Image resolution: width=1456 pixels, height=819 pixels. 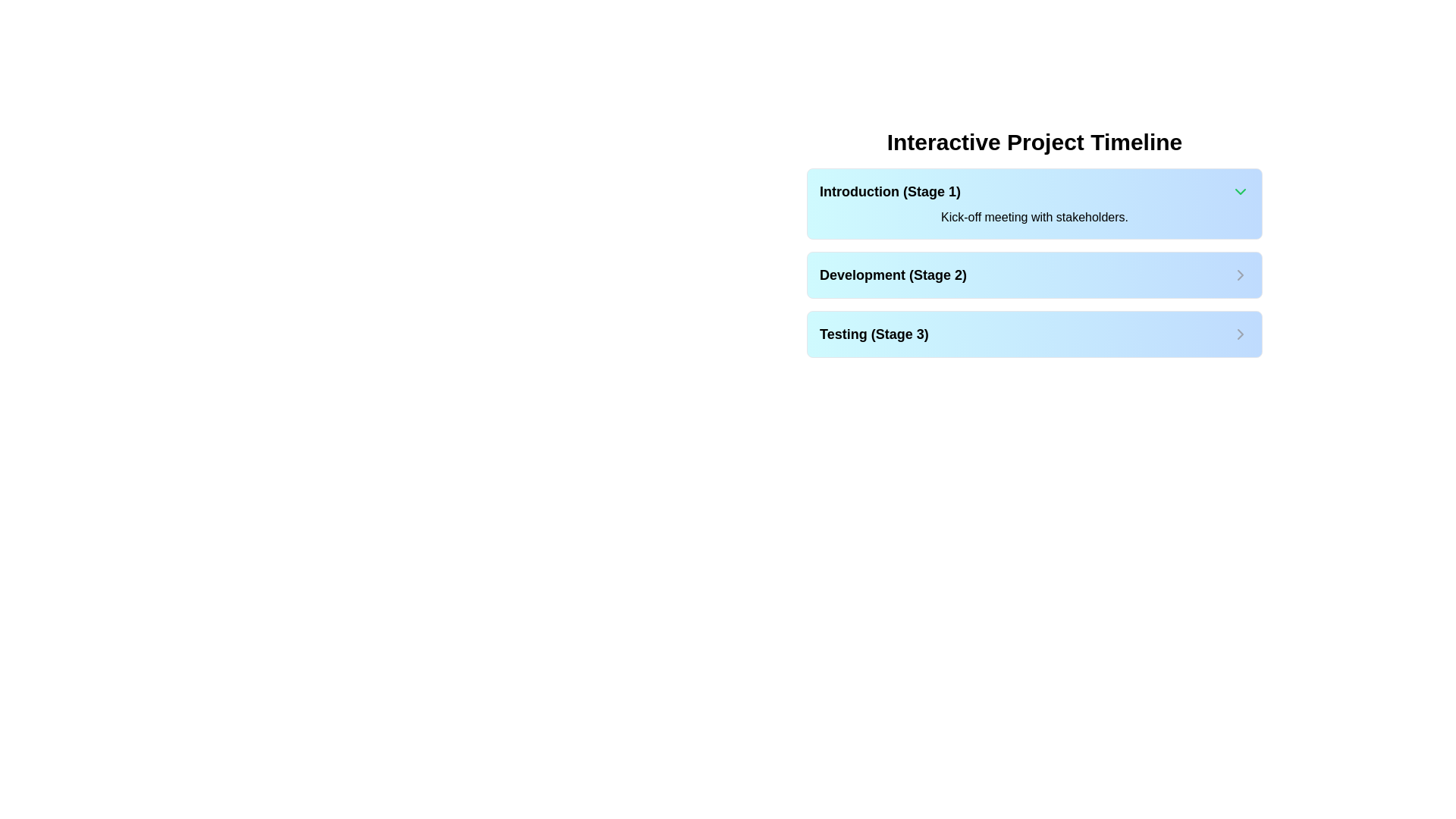 What do you see at coordinates (890, 191) in the screenshot?
I see `text label titled 'Introduction (Stage 1)' located on the left side of a blue gradient rectangular box, positioned at the top of the box` at bounding box center [890, 191].